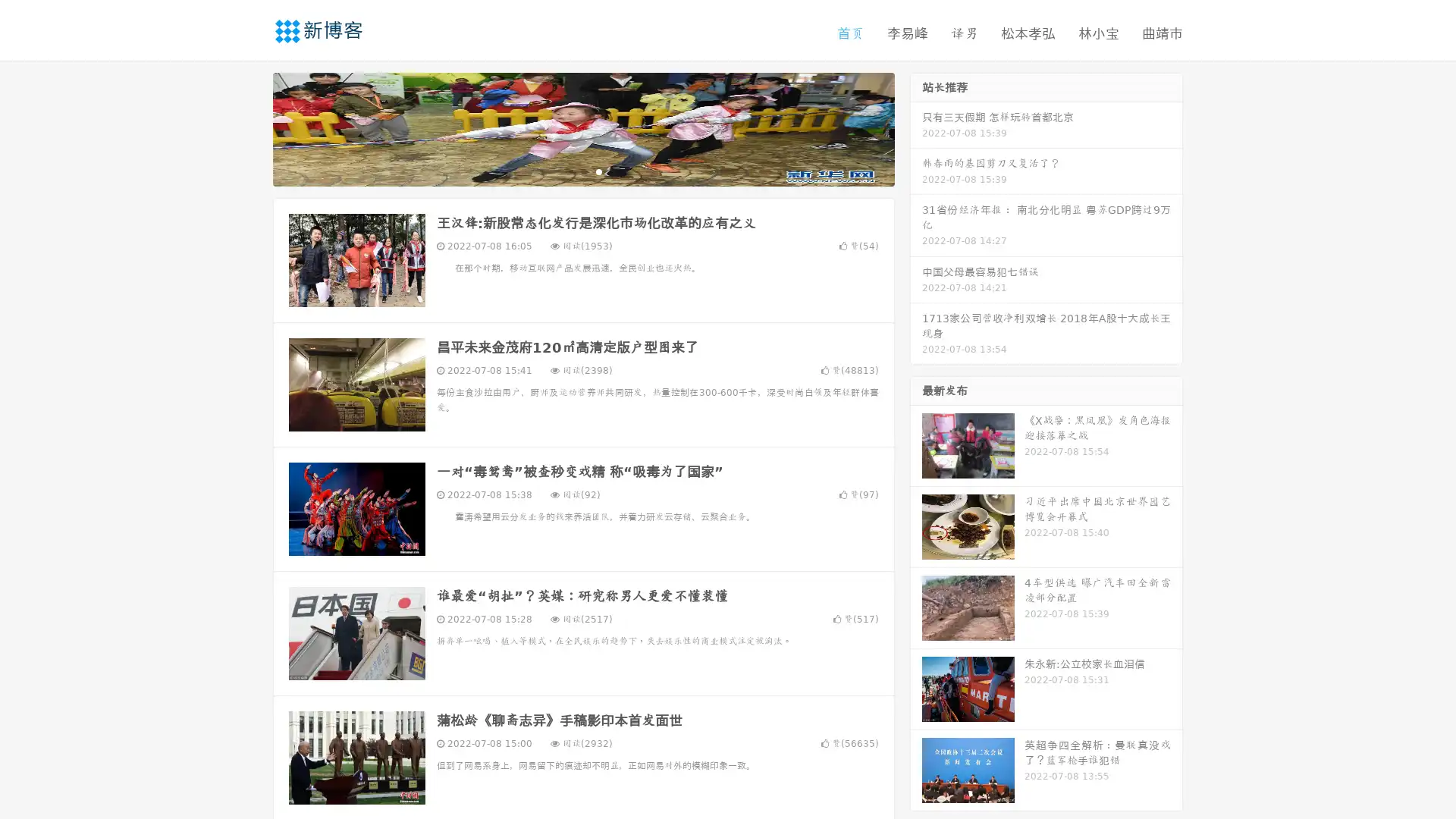  Describe the element at coordinates (598, 171) in the screenshot. I see `Go to slide 3` at that location.